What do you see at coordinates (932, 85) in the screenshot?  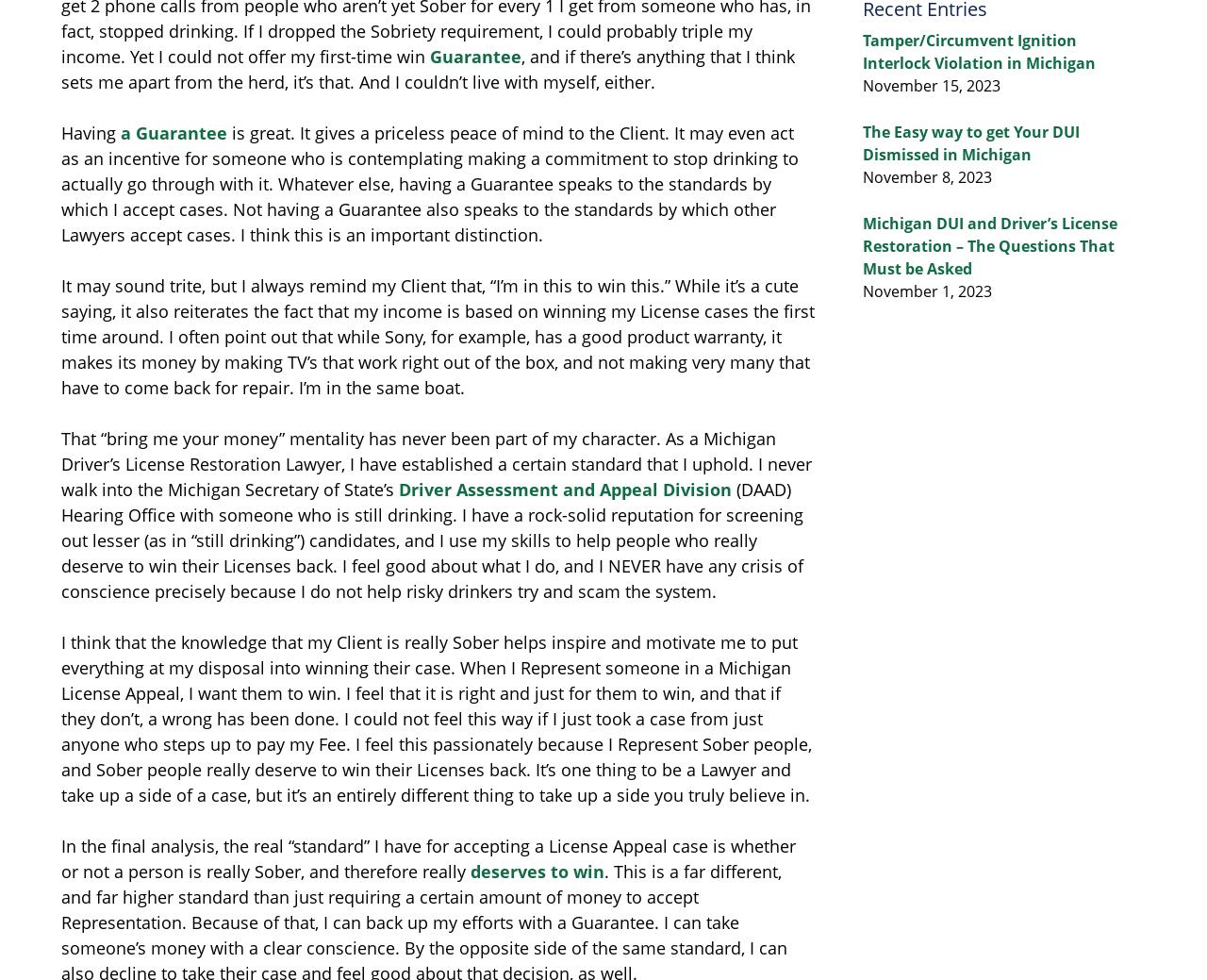 I see `'November 15, 2023'` at bounding box center [932, 85].